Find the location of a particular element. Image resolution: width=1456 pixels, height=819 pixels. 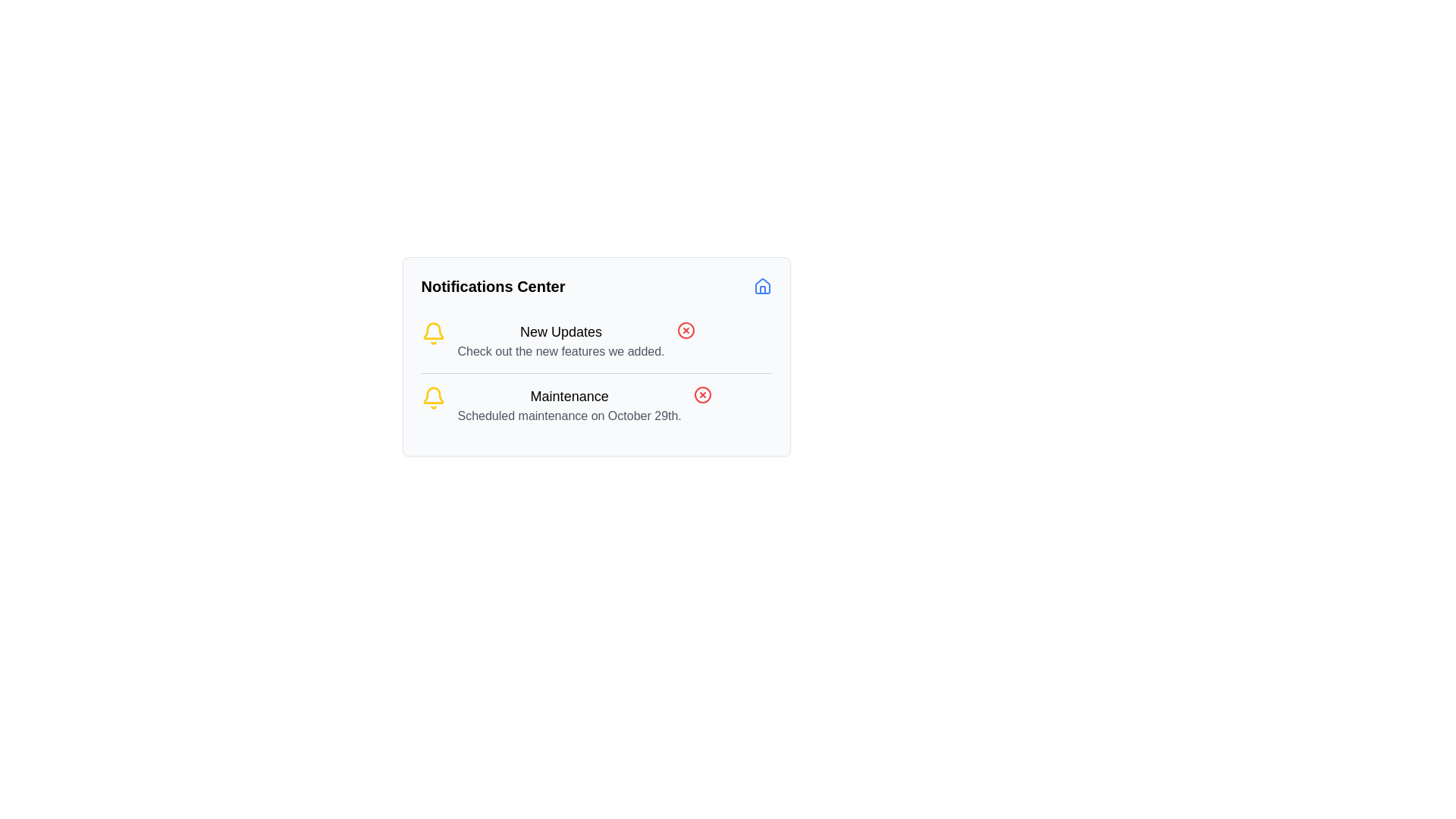

the decorative house icon located in the top-right corner of the Notification Center card, specifically focusing on the left vertical pillar of the icon is located at coordinates (762, 290).